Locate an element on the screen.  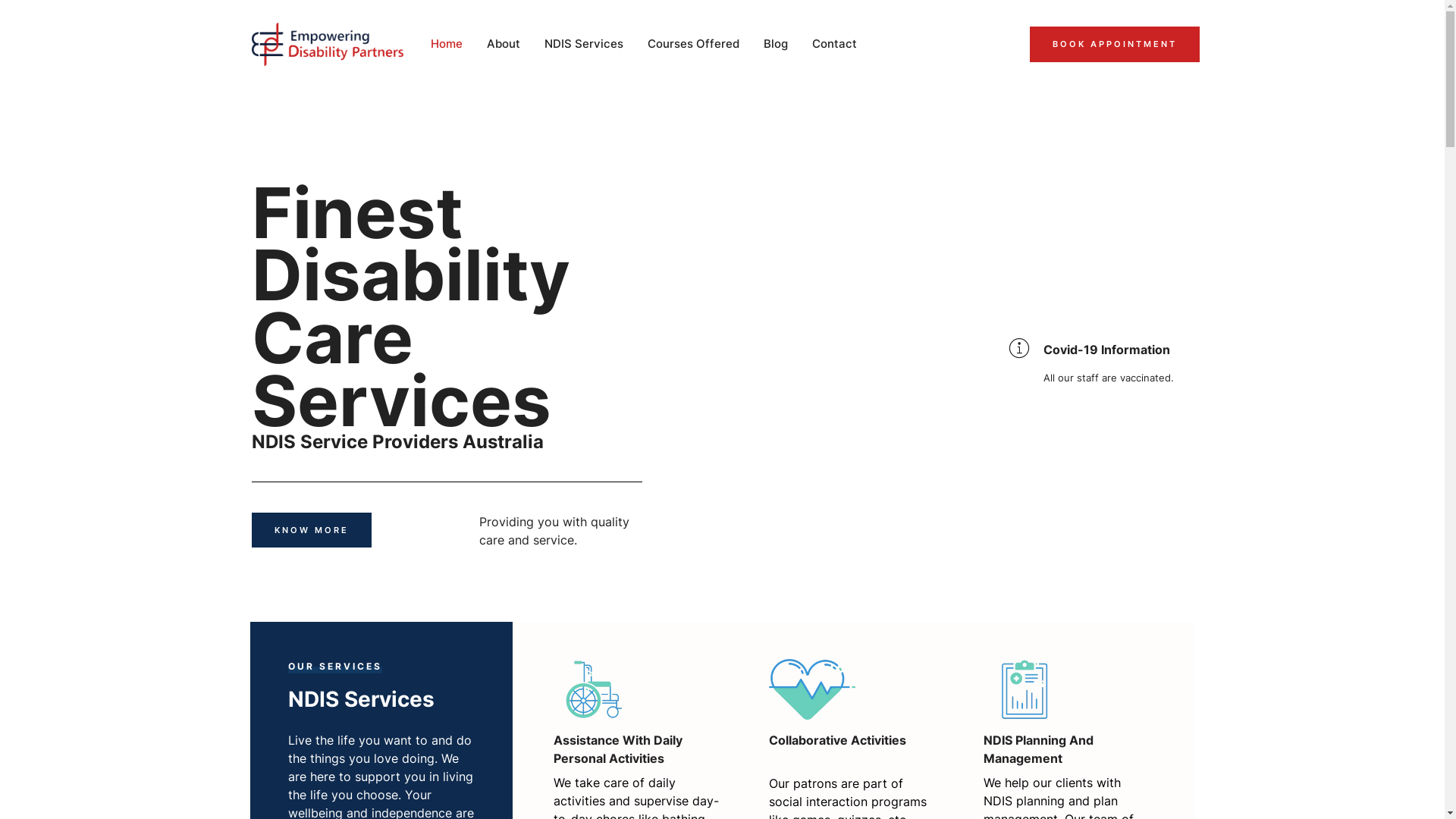
'Blog' is located at coordinates (778, 43).